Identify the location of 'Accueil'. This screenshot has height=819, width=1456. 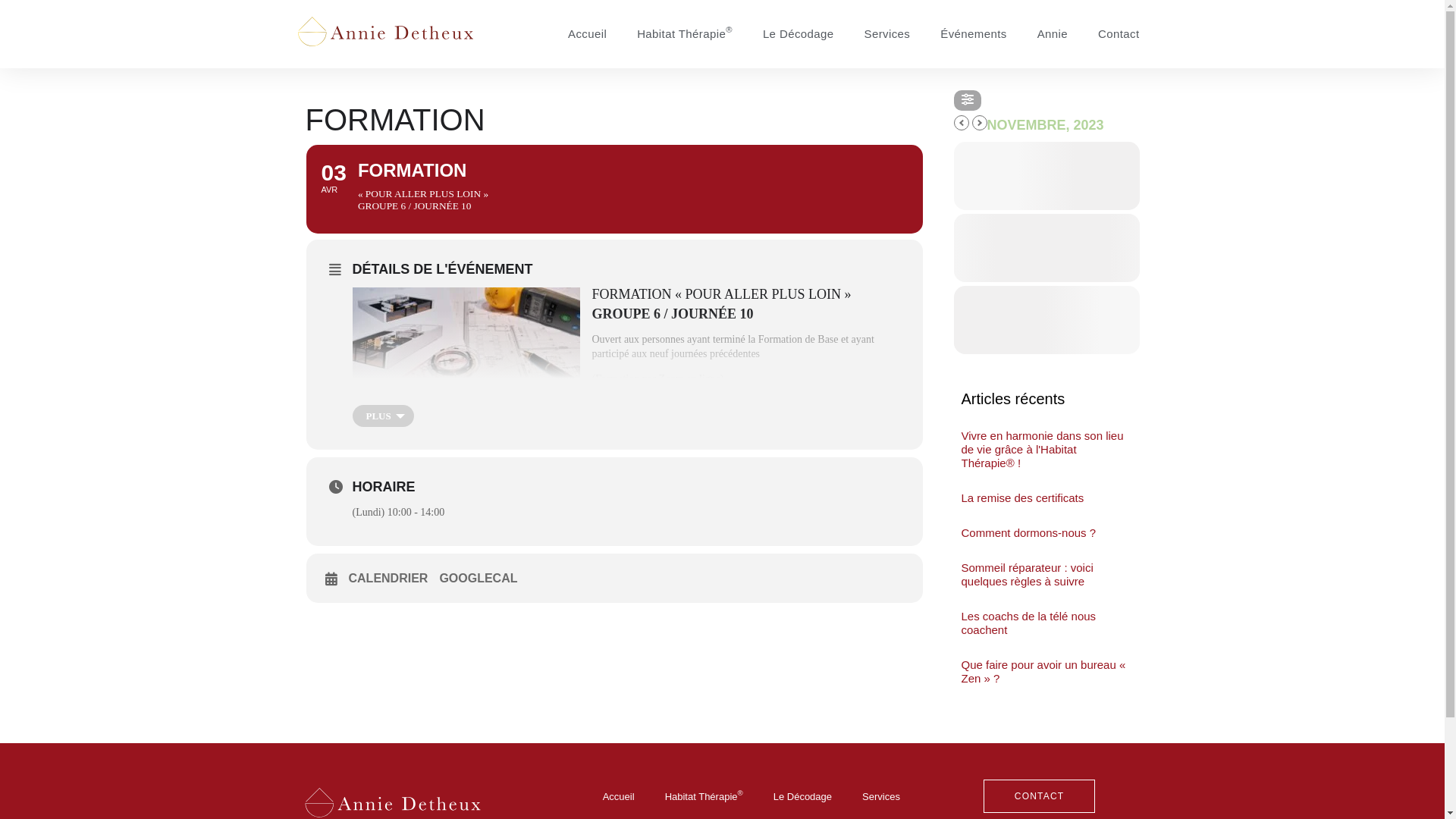
(619, 795).